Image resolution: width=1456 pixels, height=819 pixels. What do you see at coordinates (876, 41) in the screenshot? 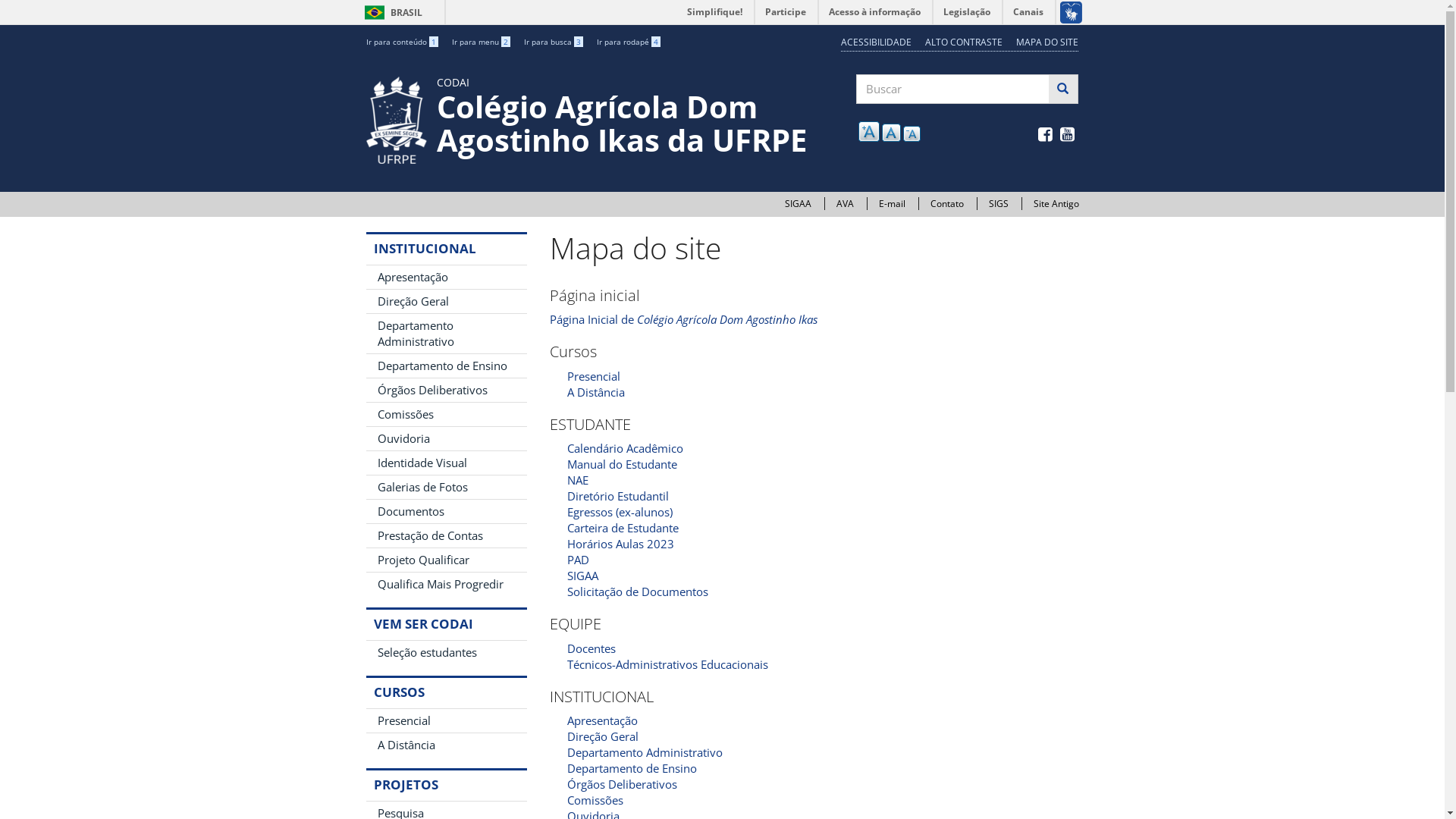
I see `'ACESSIBILIDADE'` at bounding box center [876, 41].